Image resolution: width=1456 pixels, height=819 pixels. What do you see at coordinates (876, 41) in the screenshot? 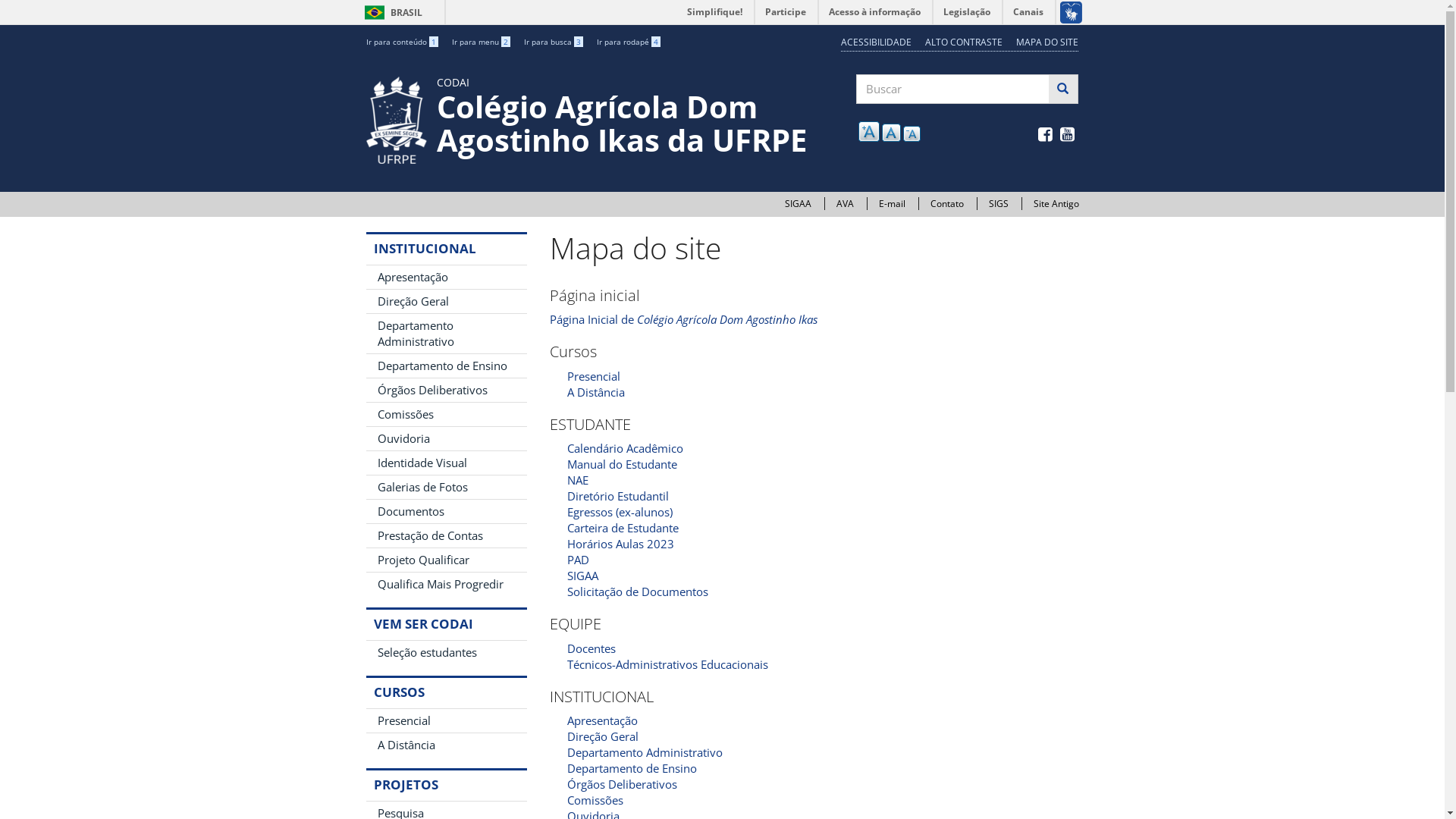
I see `'ACESSIBILIDADE'` at bounding box center [876, 41].